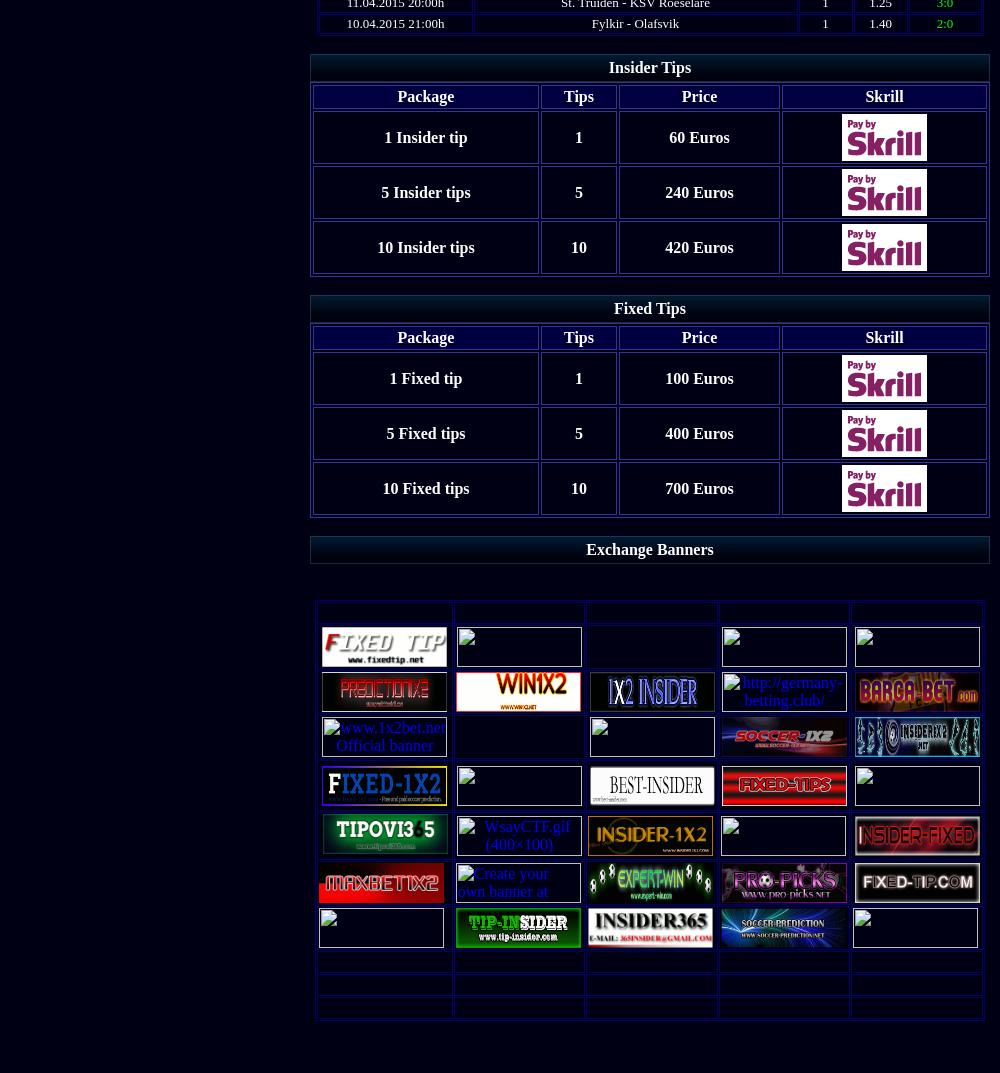  Describe the element at coordinates (936, 22) in the screenshot. I see `'2:0'` at that location.